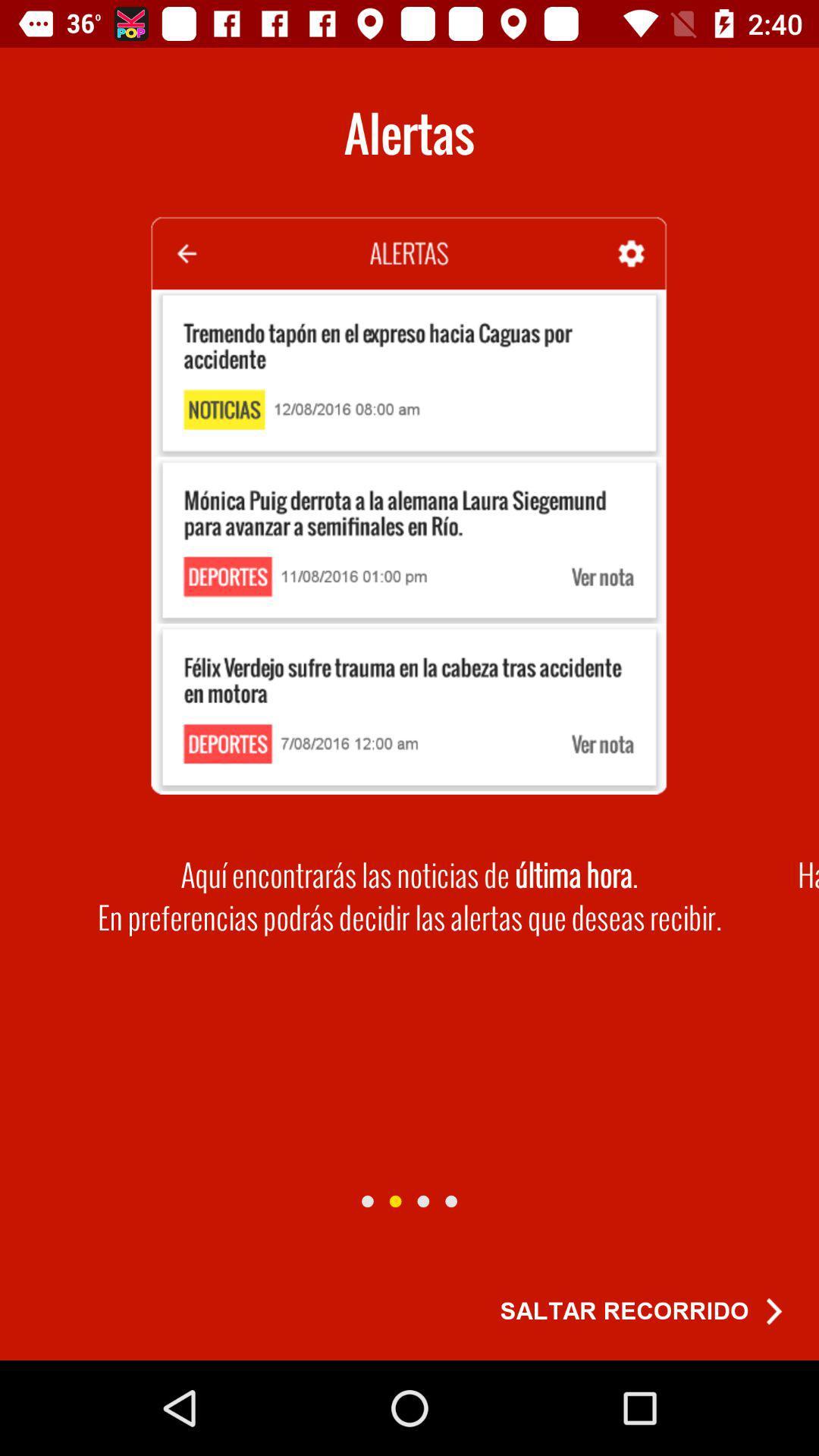 This screenshot has width=819, height=1456. What do you see at coordinates (394, 1200) in the screenshot?
I see `search homepage` at bounding box center [394, 1200].